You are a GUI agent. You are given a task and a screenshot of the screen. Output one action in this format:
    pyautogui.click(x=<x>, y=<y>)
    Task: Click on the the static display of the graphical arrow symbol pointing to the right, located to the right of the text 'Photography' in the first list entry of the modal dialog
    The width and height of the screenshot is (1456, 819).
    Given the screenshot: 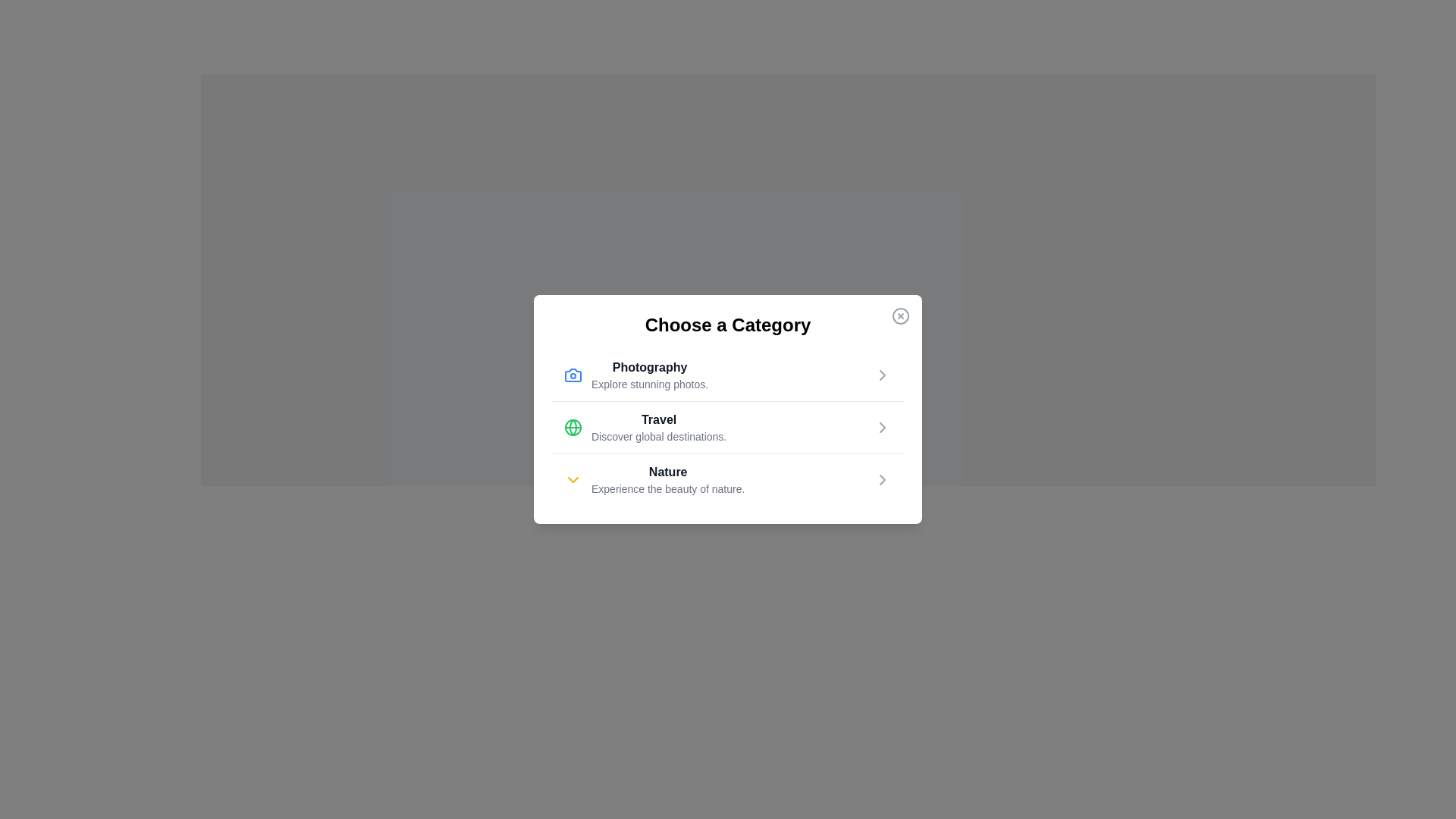 What is the action you would take?
    pyautogui.click(x=882, y=375)
    